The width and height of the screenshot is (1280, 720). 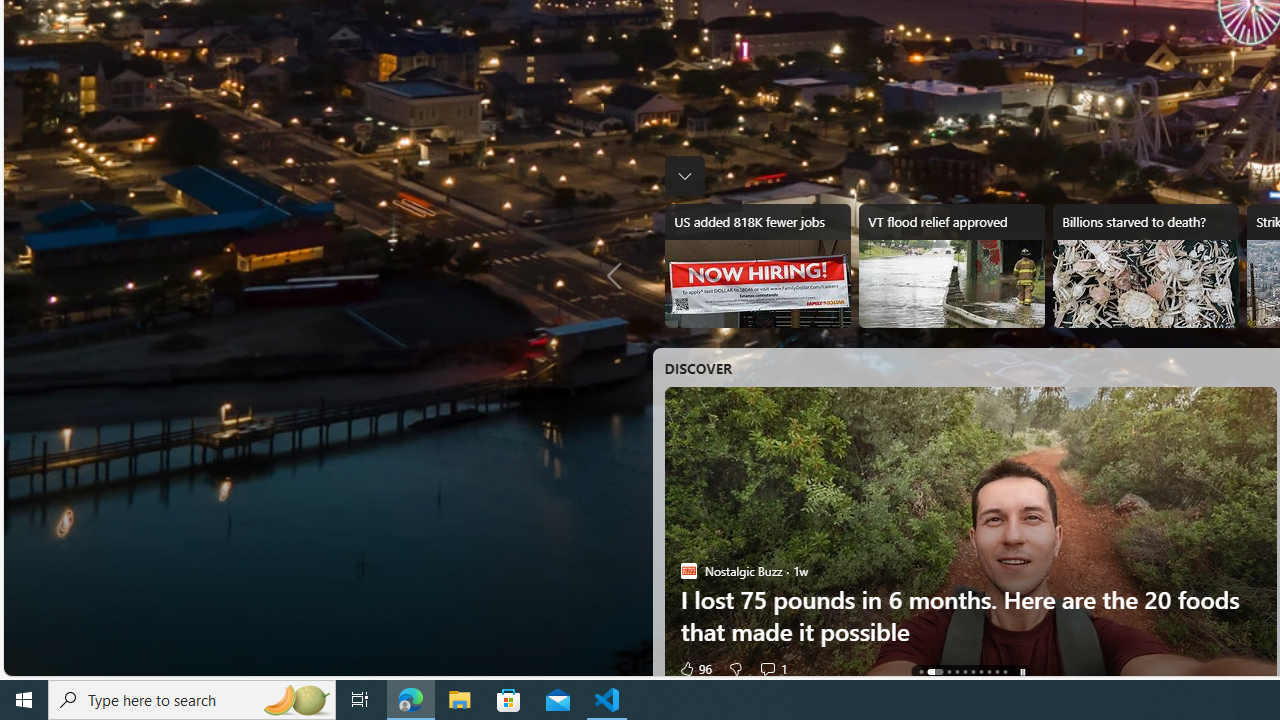 What do you see at coordinates (618, 276) in the screenshot?
I see `'Previous news'` at bounding box center [618, 276].